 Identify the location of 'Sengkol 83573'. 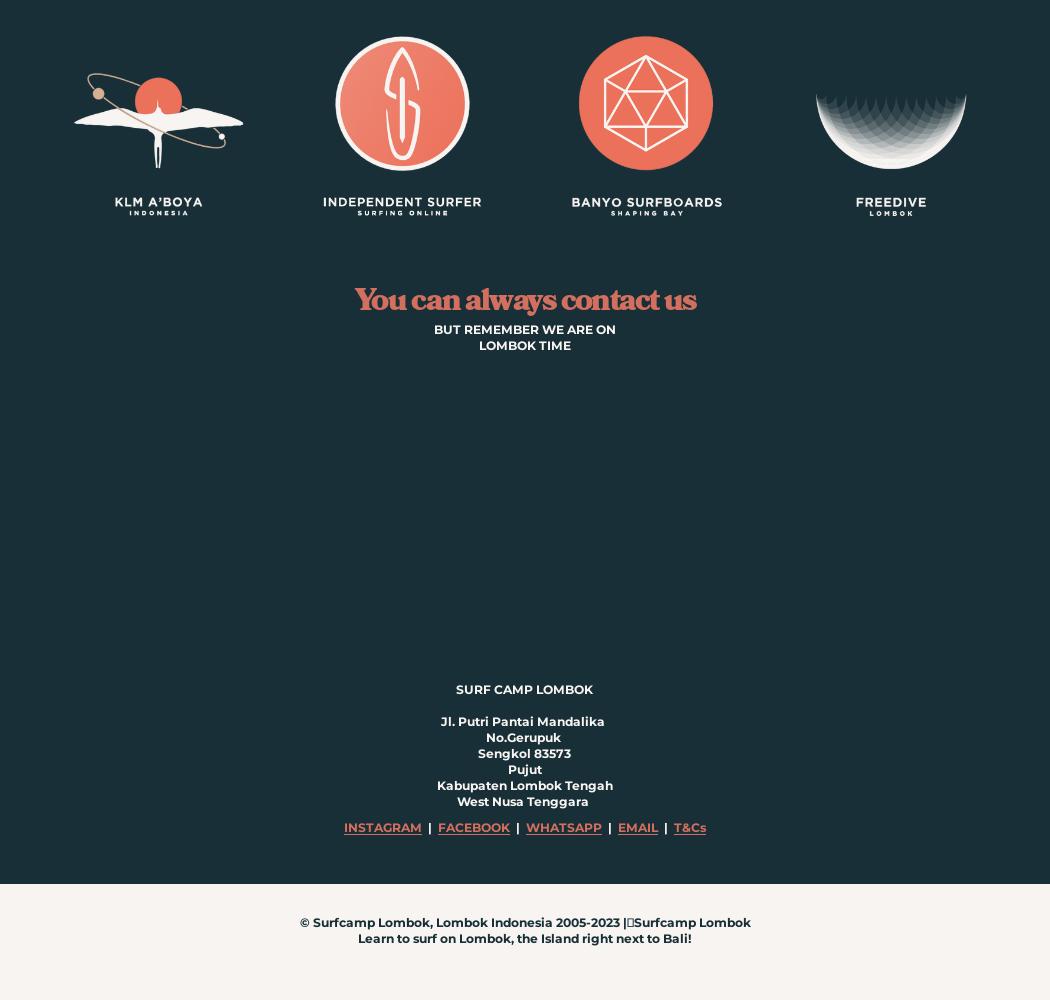
(523, 752).